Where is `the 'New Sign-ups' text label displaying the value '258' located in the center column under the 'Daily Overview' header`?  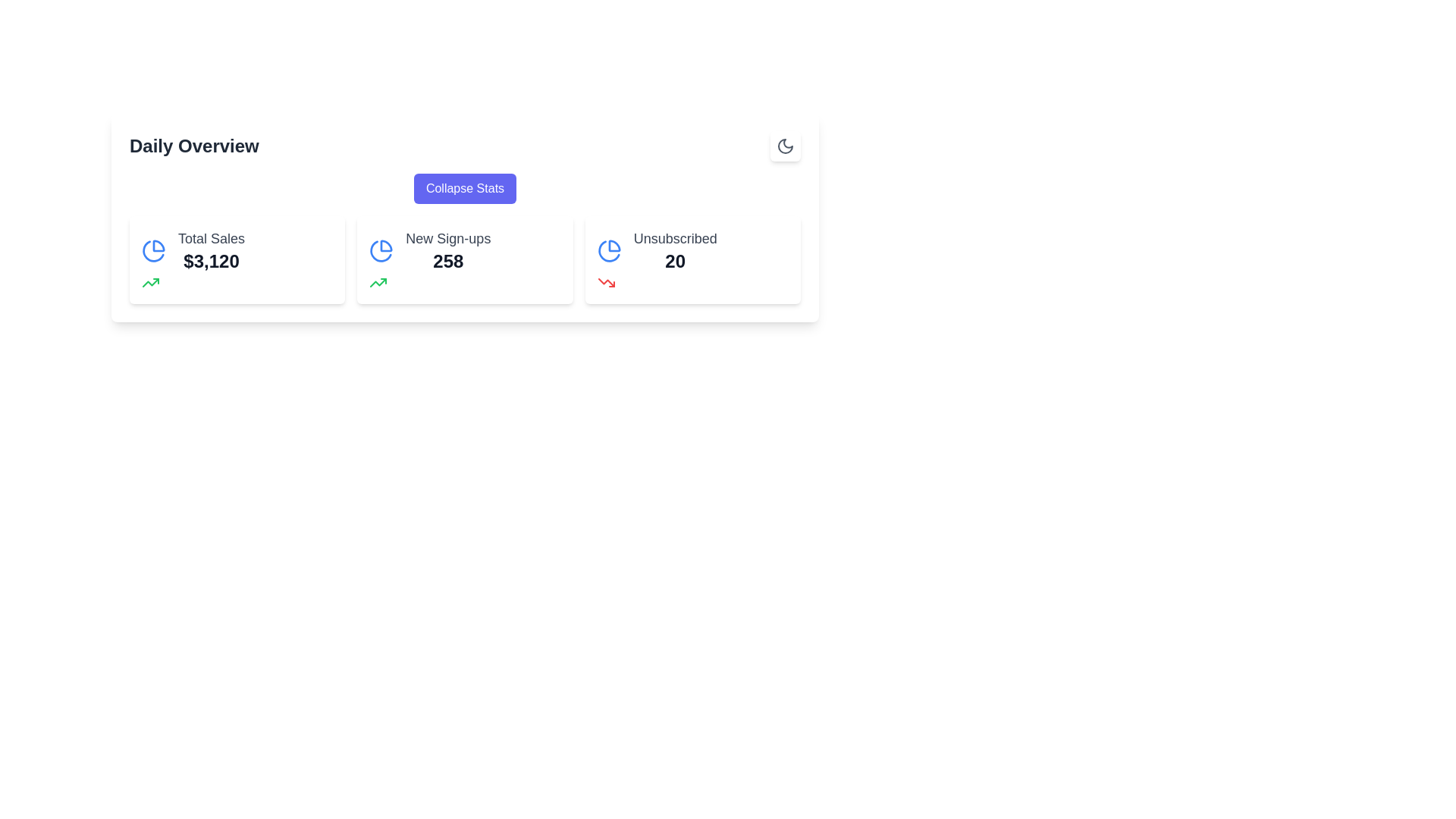 the 'New Sign-ups' text label displaying the value '258' located in the center column under the 'Daily Overview' header is located at coordinates (447, 250).